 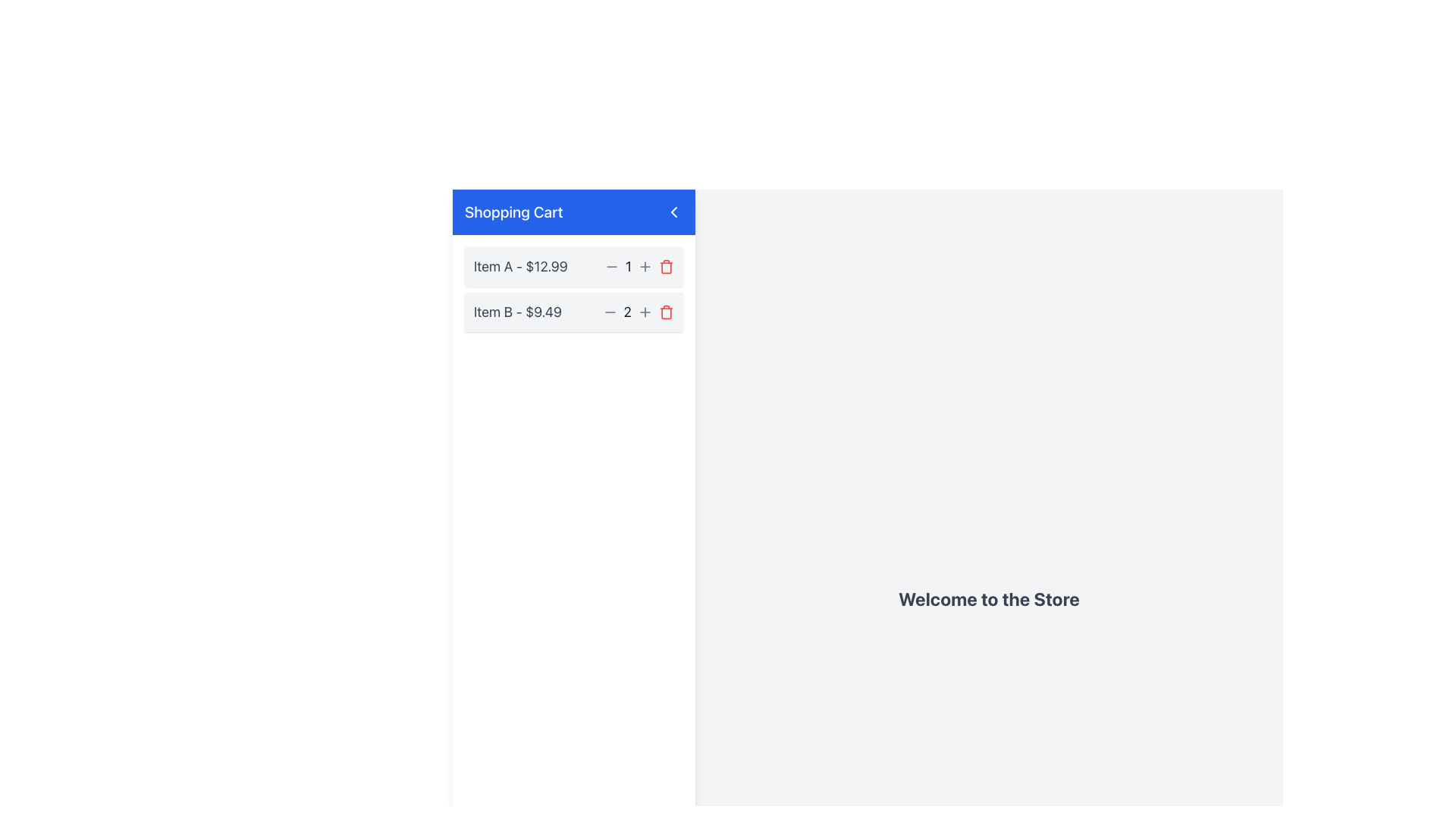 I want to click on the quantity display text element in the shopping cart section that shows the count of 'Item B - $9.49', so click(x=638, y=312).